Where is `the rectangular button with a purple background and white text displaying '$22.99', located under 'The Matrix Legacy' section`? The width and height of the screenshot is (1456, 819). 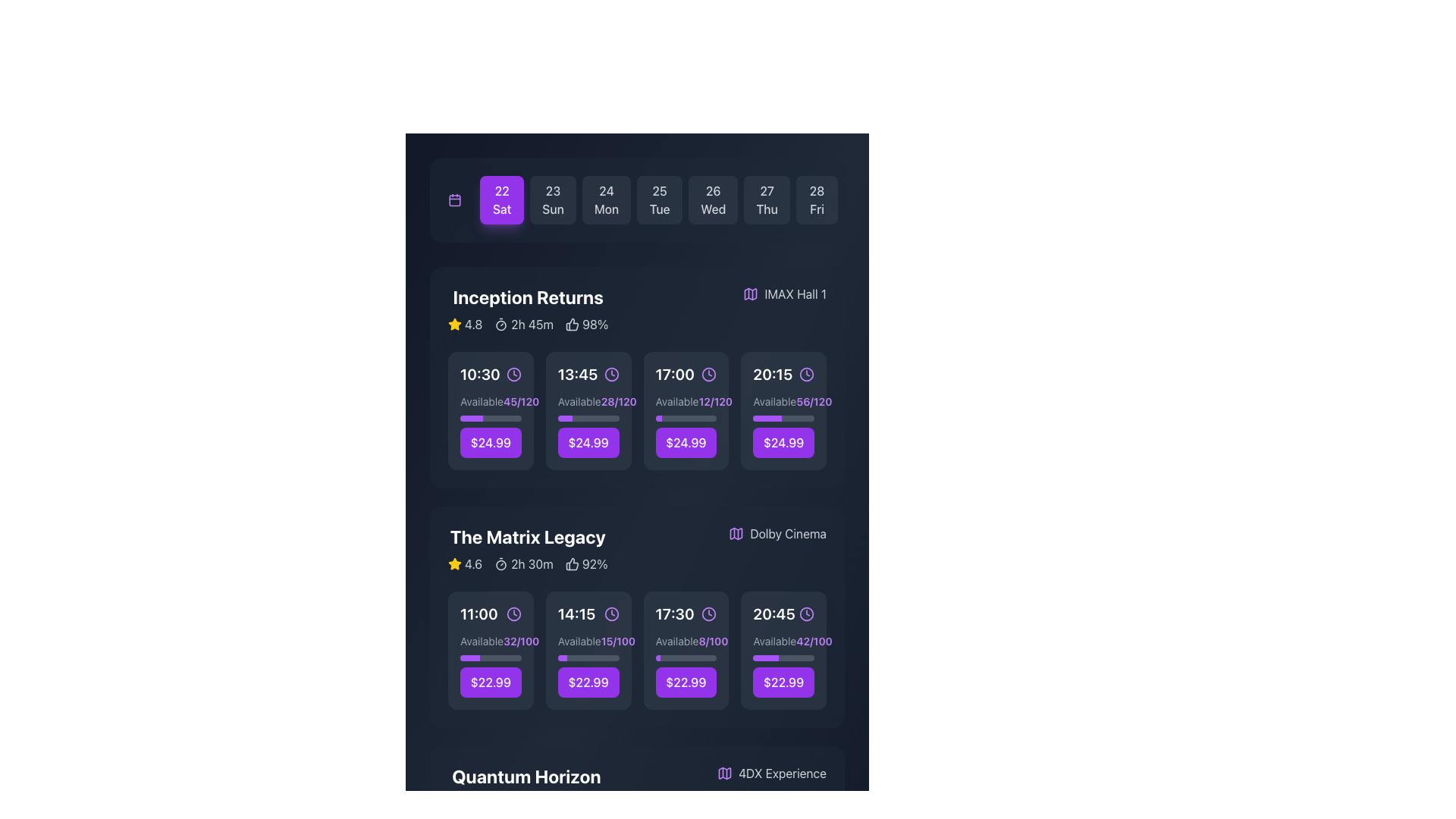
the rectangular button with a purple background and white text displaying '$22.99', located under 'The Matrix Legacy' section is located at coordinates (783, 681).